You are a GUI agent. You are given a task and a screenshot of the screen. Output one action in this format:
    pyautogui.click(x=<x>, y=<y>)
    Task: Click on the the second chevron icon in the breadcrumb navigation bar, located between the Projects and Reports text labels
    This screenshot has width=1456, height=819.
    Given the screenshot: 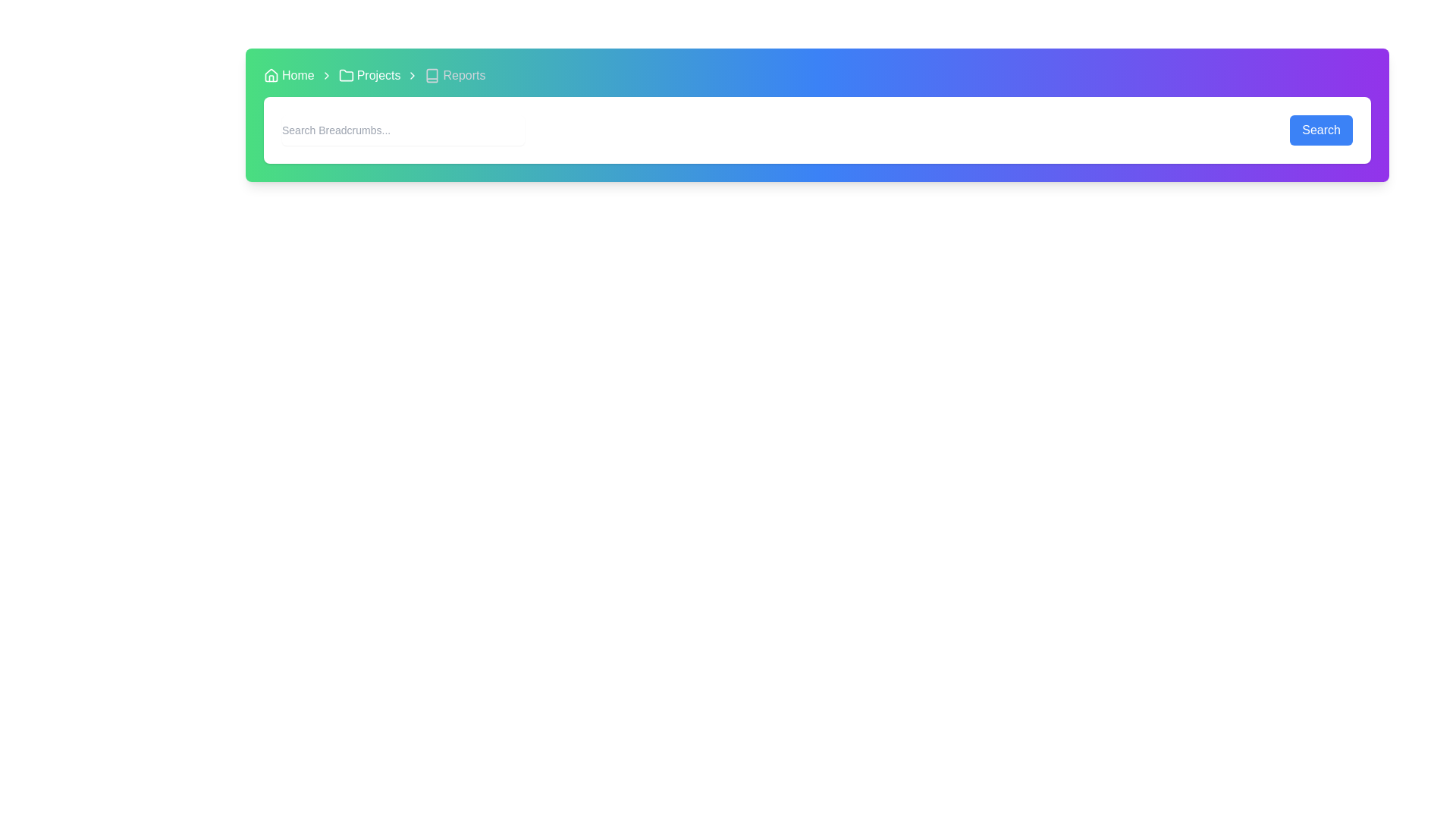 What is the action you would take?
    pyautogui.click(x=413, y=76)
    